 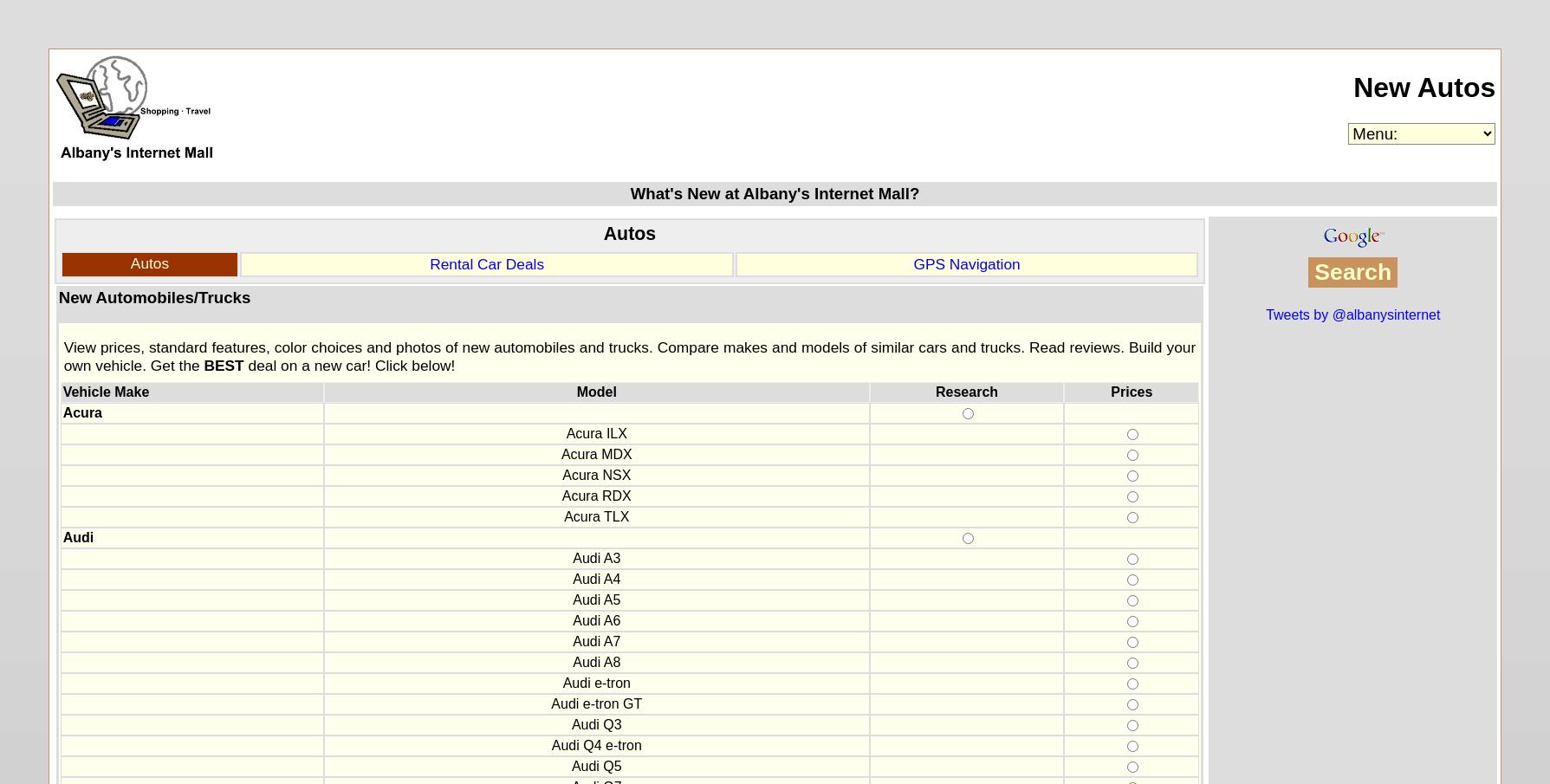 What do you see at coordinates (596, 433) in the screenshot?
I see `'Acura ILX'` at bounding box center [596, 433].